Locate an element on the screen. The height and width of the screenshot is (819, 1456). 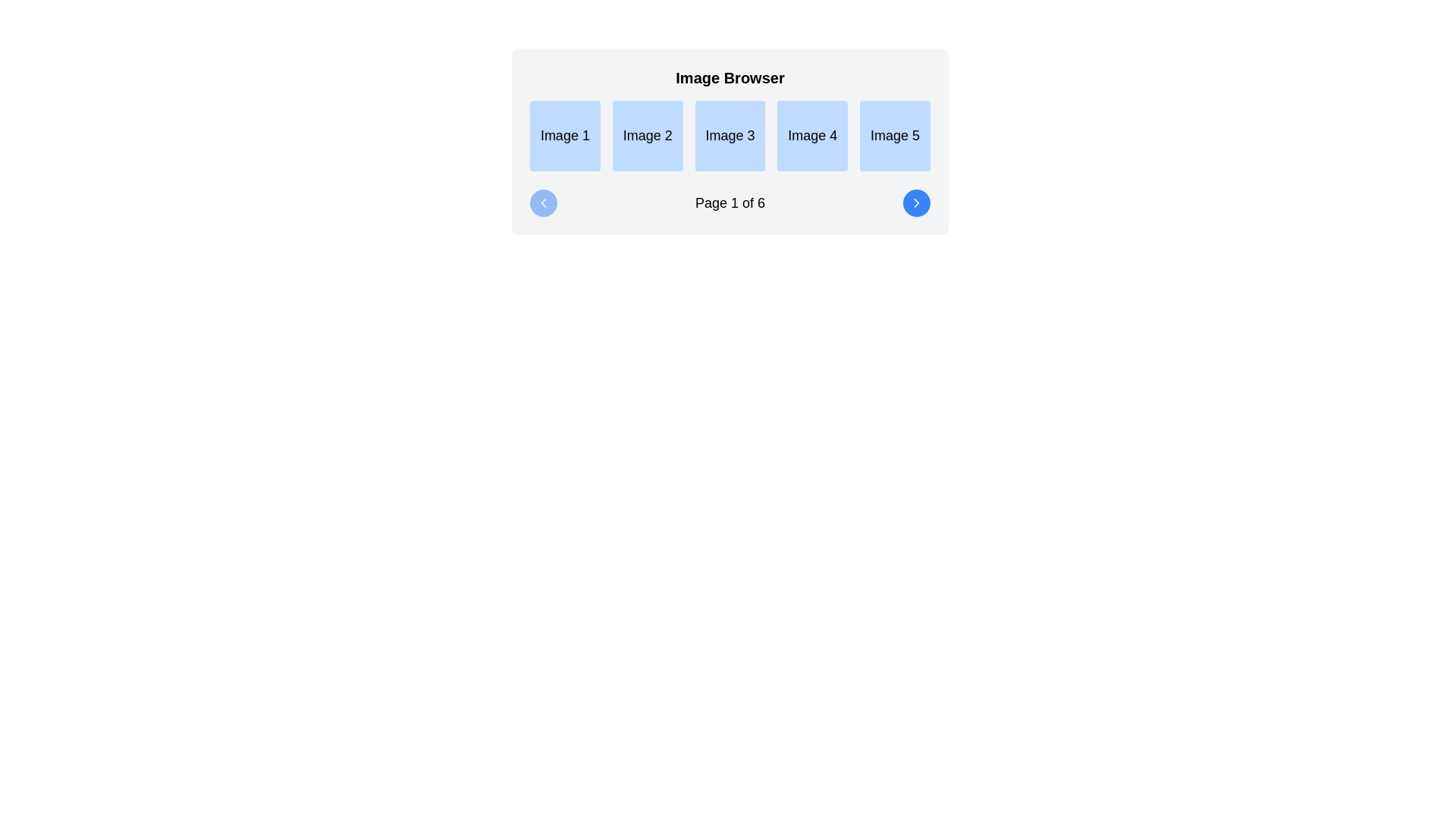
the stylized right-pointing chevron icon located within the rightmost circular button at the bottom of the image browser's interface is located at coordinates (916, 201).